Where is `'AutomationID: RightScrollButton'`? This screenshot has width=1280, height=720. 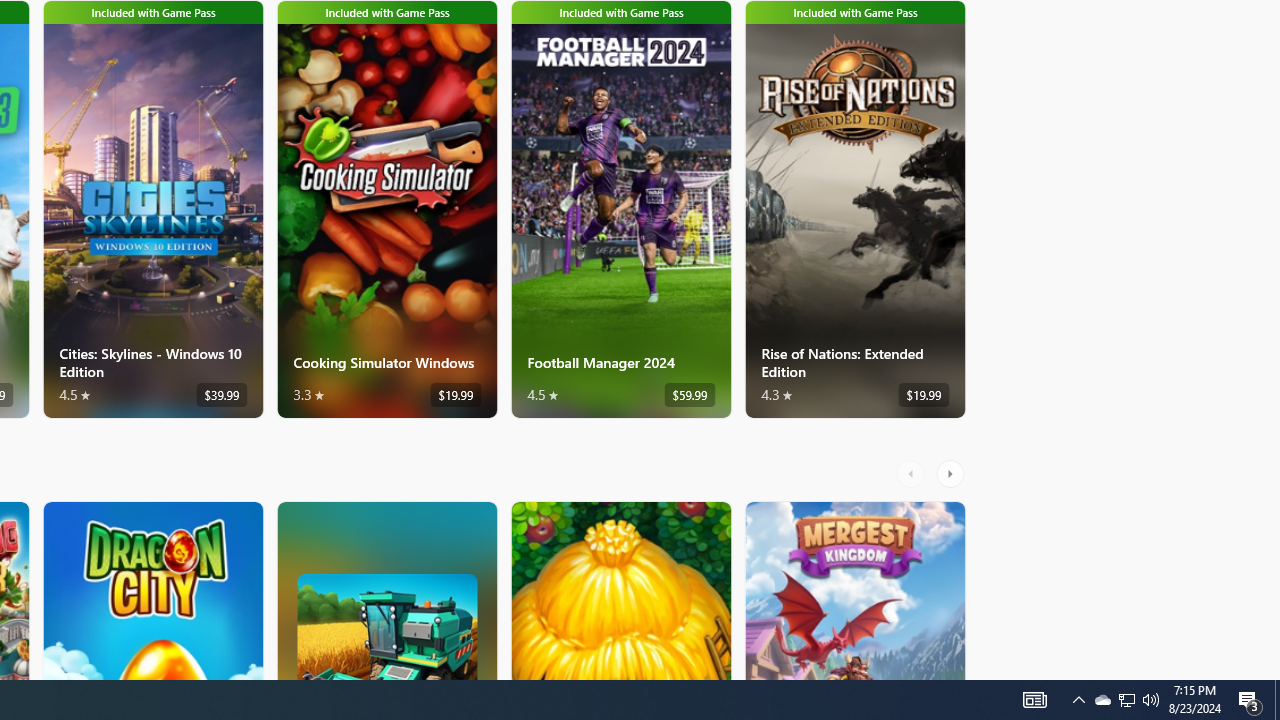 'AutomationID: RightScrollButton' is located at coordinates (951, 473).